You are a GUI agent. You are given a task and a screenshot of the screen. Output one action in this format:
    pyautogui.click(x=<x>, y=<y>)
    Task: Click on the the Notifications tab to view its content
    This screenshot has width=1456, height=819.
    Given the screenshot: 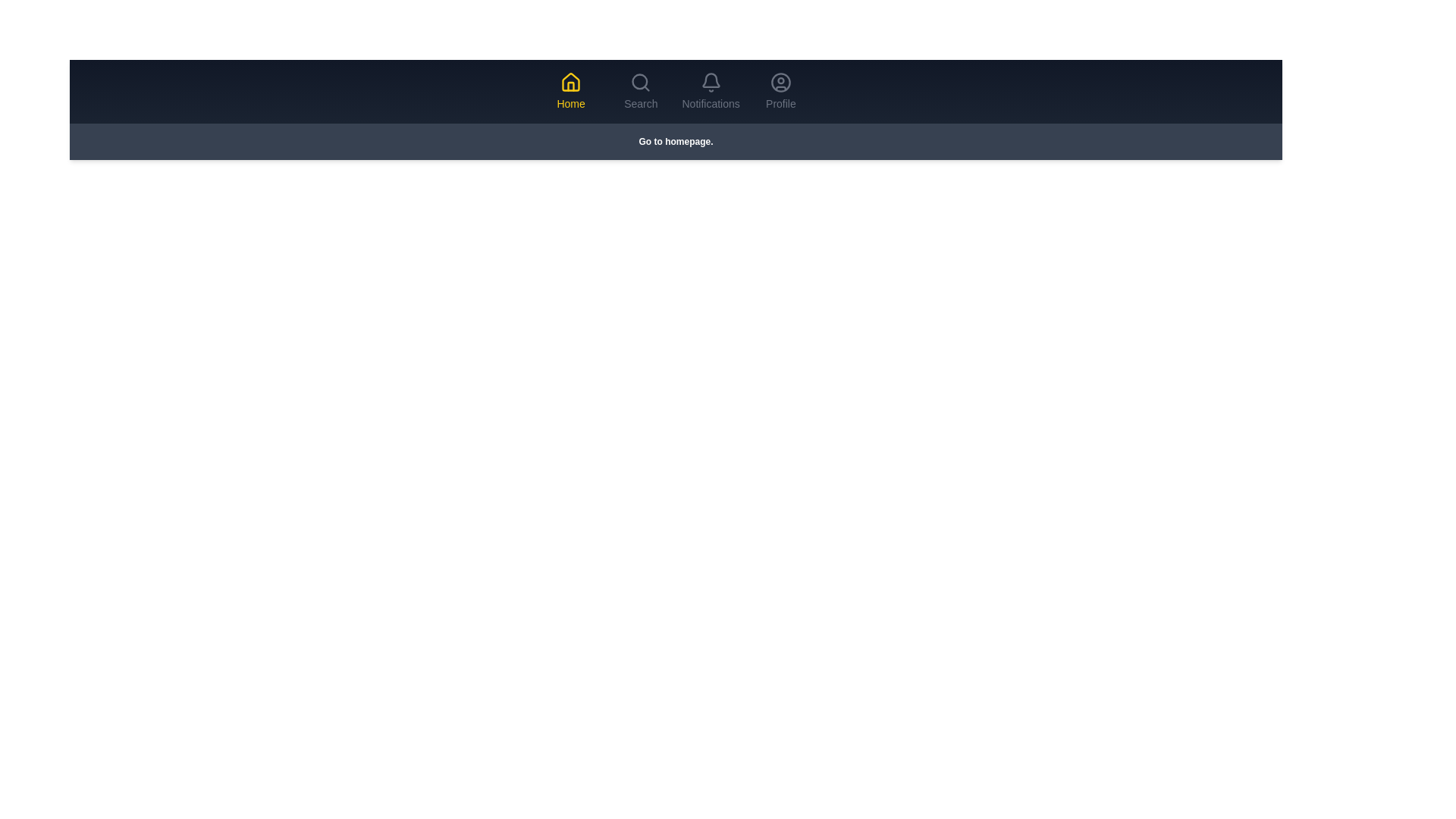 What is the action you would take?
    pyautogui.click(x=710, y=91)
    